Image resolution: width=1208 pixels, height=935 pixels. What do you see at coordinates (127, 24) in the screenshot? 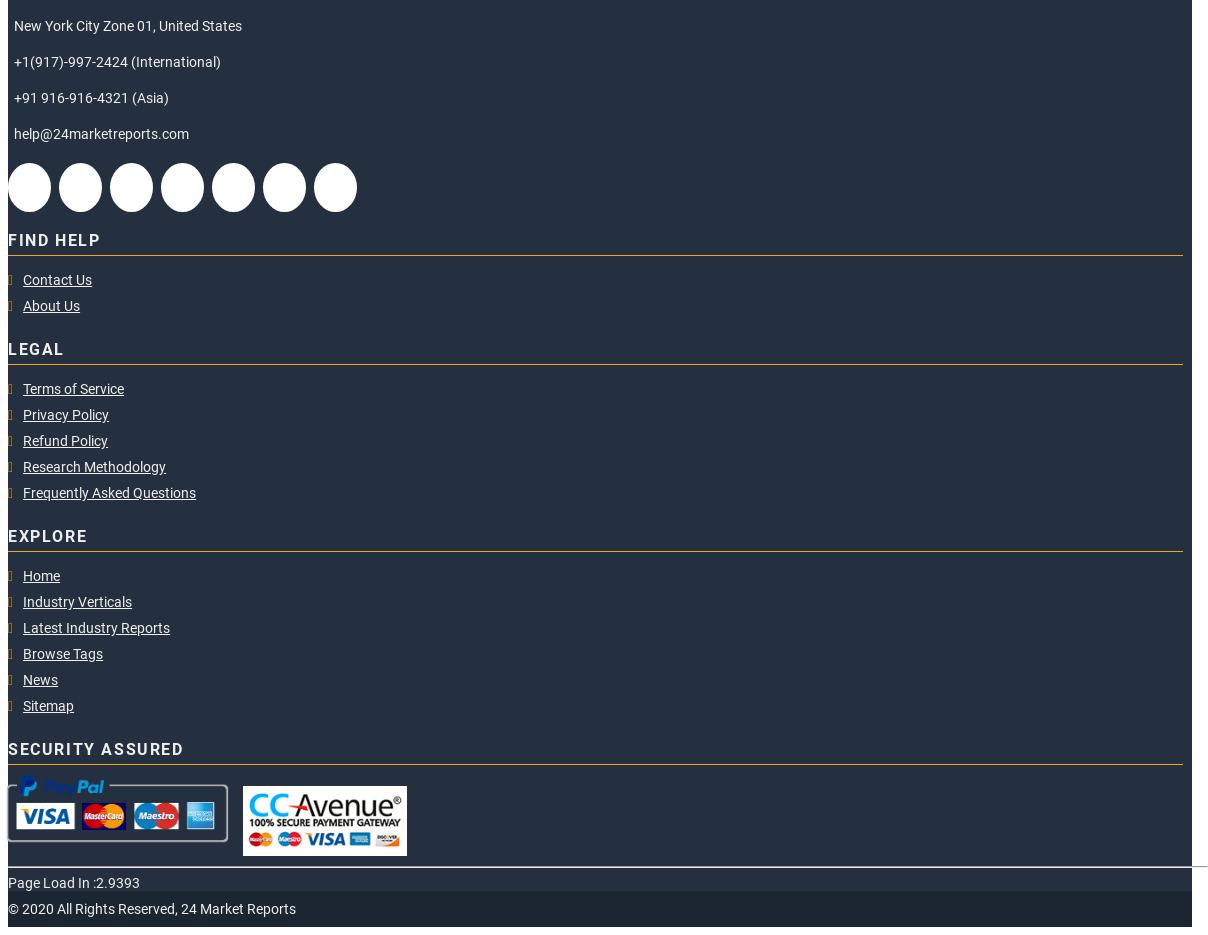
I see `'New York City Zone 01, United States'` at bounding box center [127, 24].